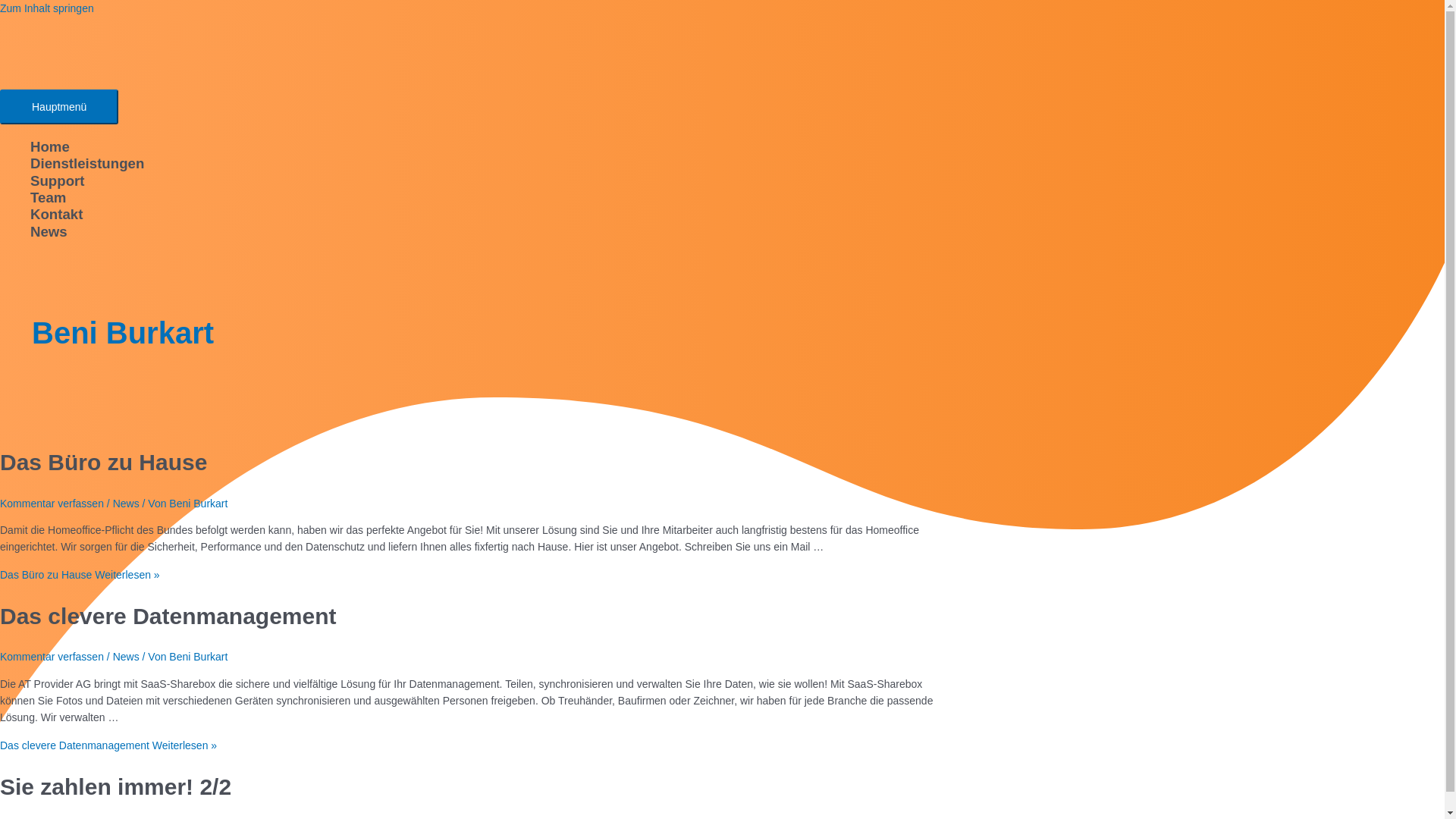 The height and width of the screenshot is (819, 1456). Describe the element at coordinates (52, 503) in the screenshot. I see `'Kommentar verfassen'` at that location.